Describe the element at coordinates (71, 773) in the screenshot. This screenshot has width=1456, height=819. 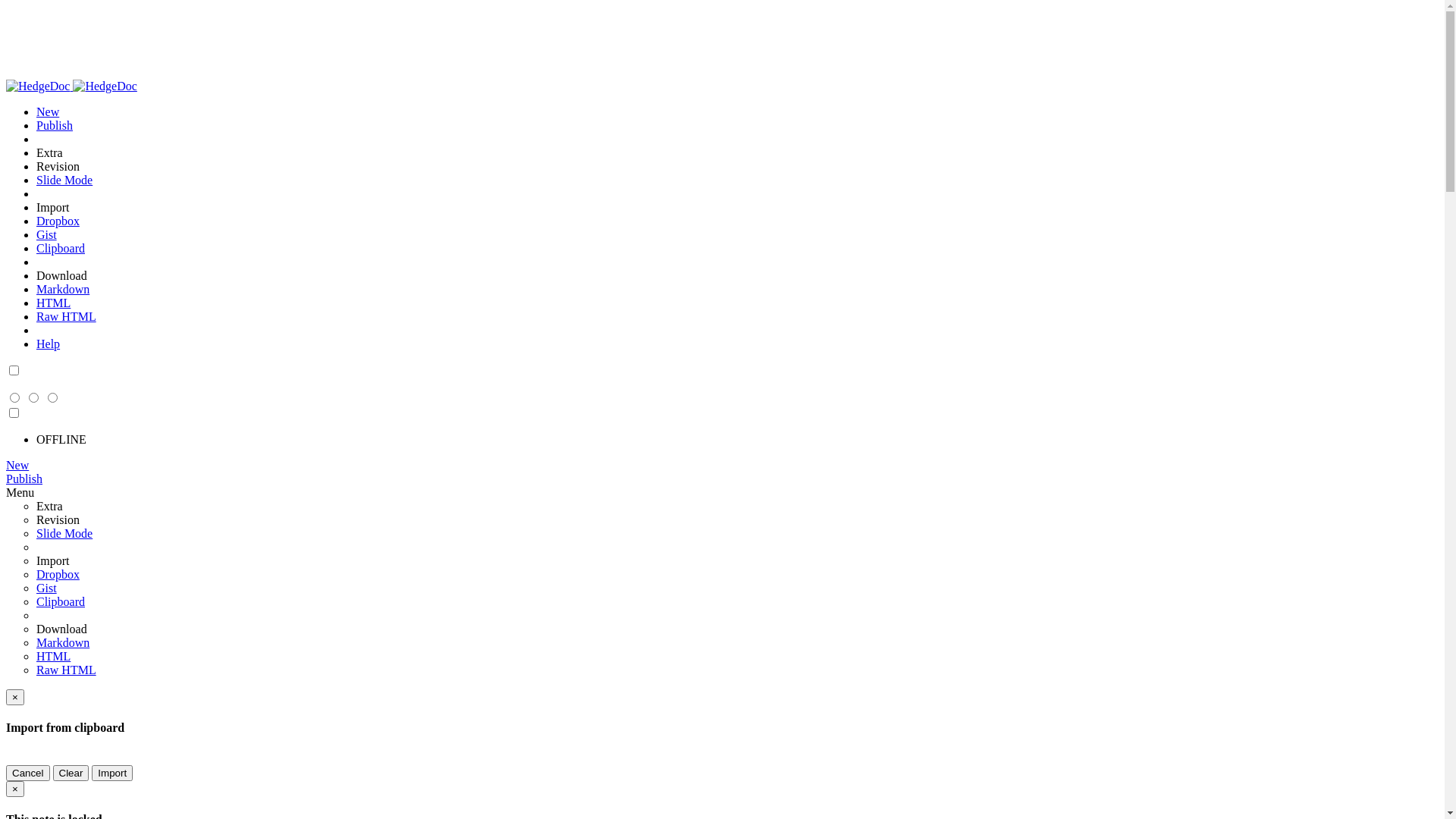
I see `'Clear'` at that location.